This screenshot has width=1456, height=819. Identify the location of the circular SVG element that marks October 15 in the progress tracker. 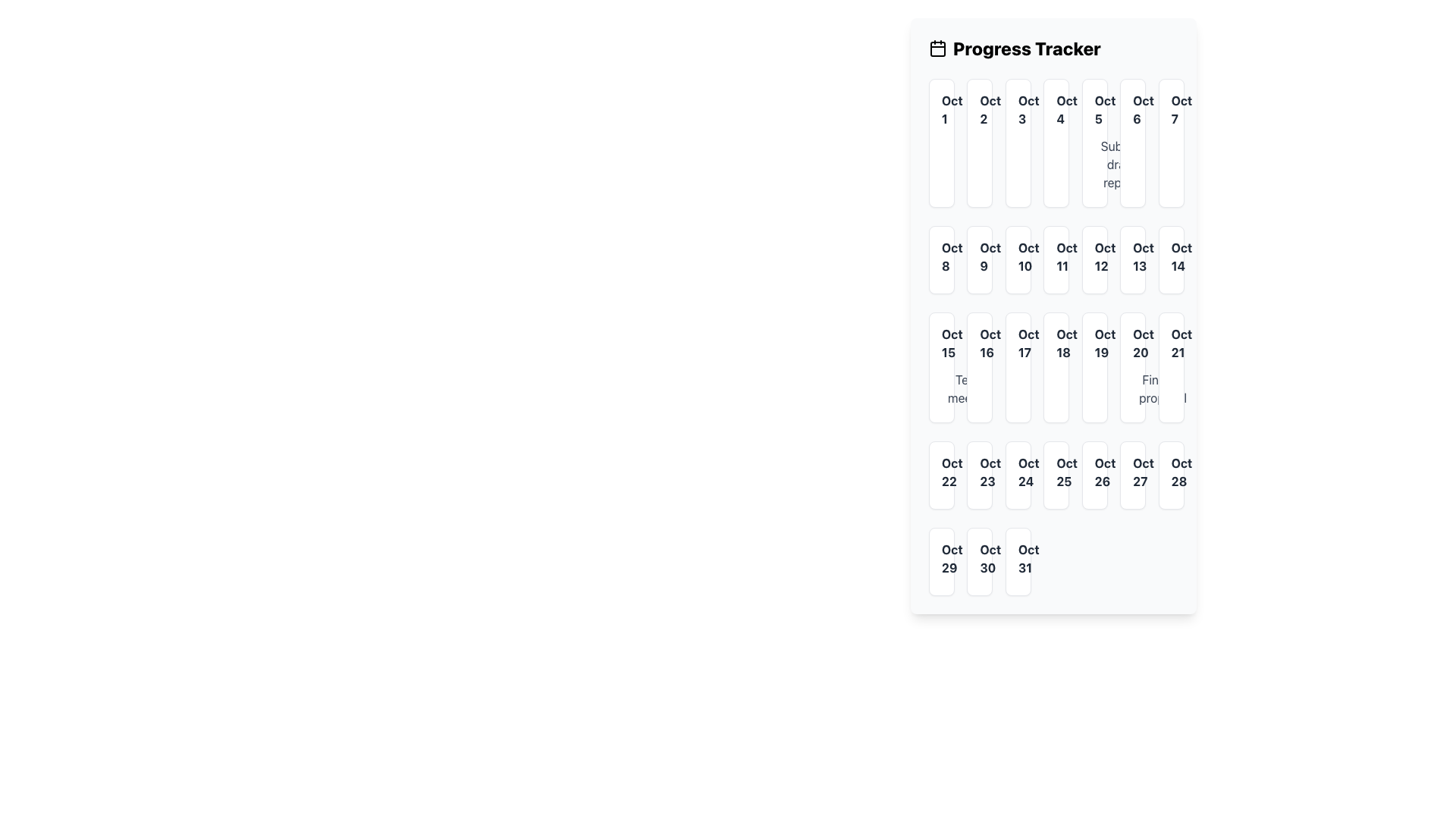
(949, 388).